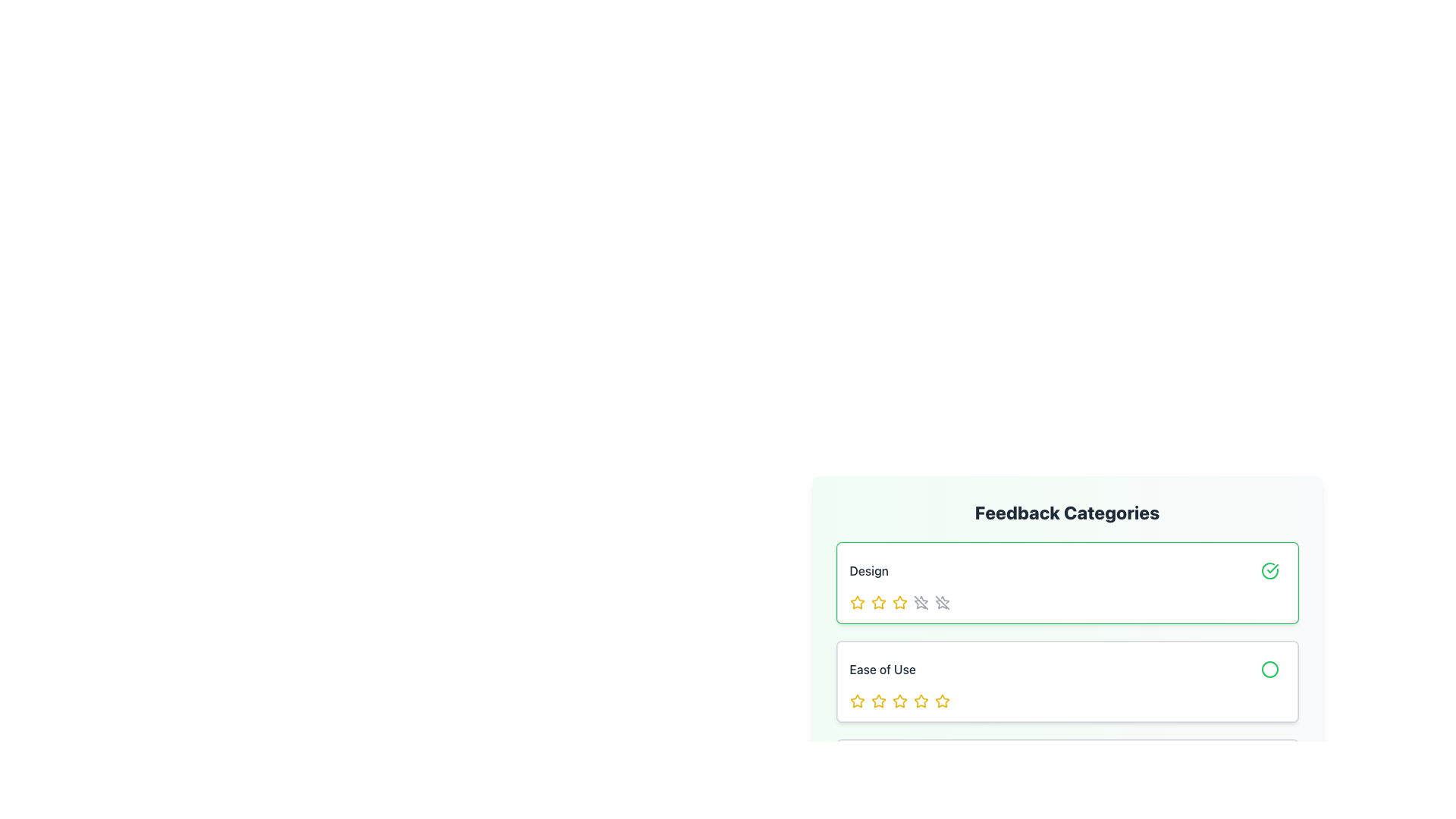 Image resolution: width=1456 pixels, height=819 pixels. Describe the element at coordinates (1066, 601) in the screenshot. I see `the interactive star rating component for the 'Design' aspect` at that location.